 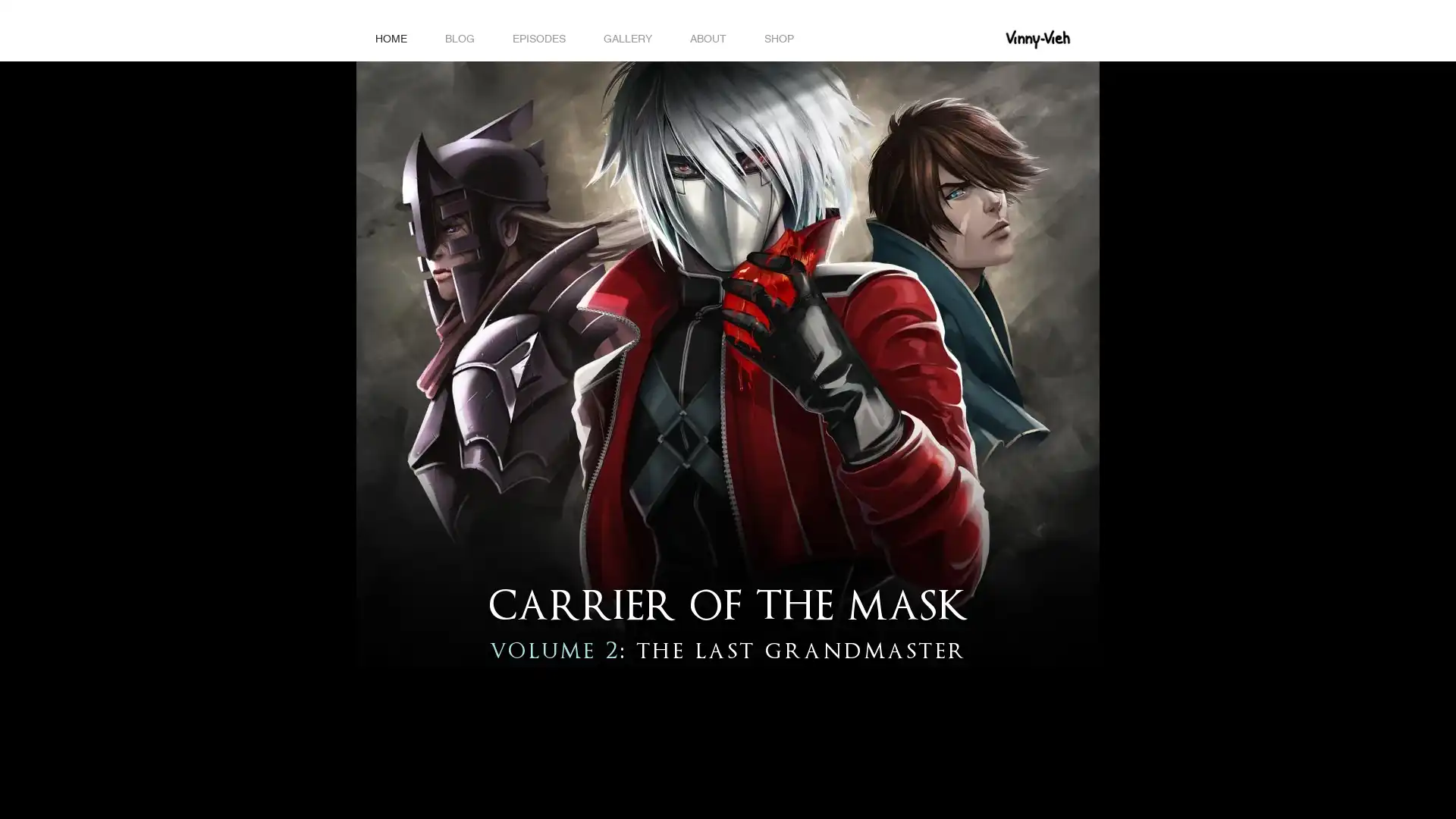 What do you see at coordinates (1437, 794) in the screenshot?
I see `Close` at bounding box center [1437, 794].